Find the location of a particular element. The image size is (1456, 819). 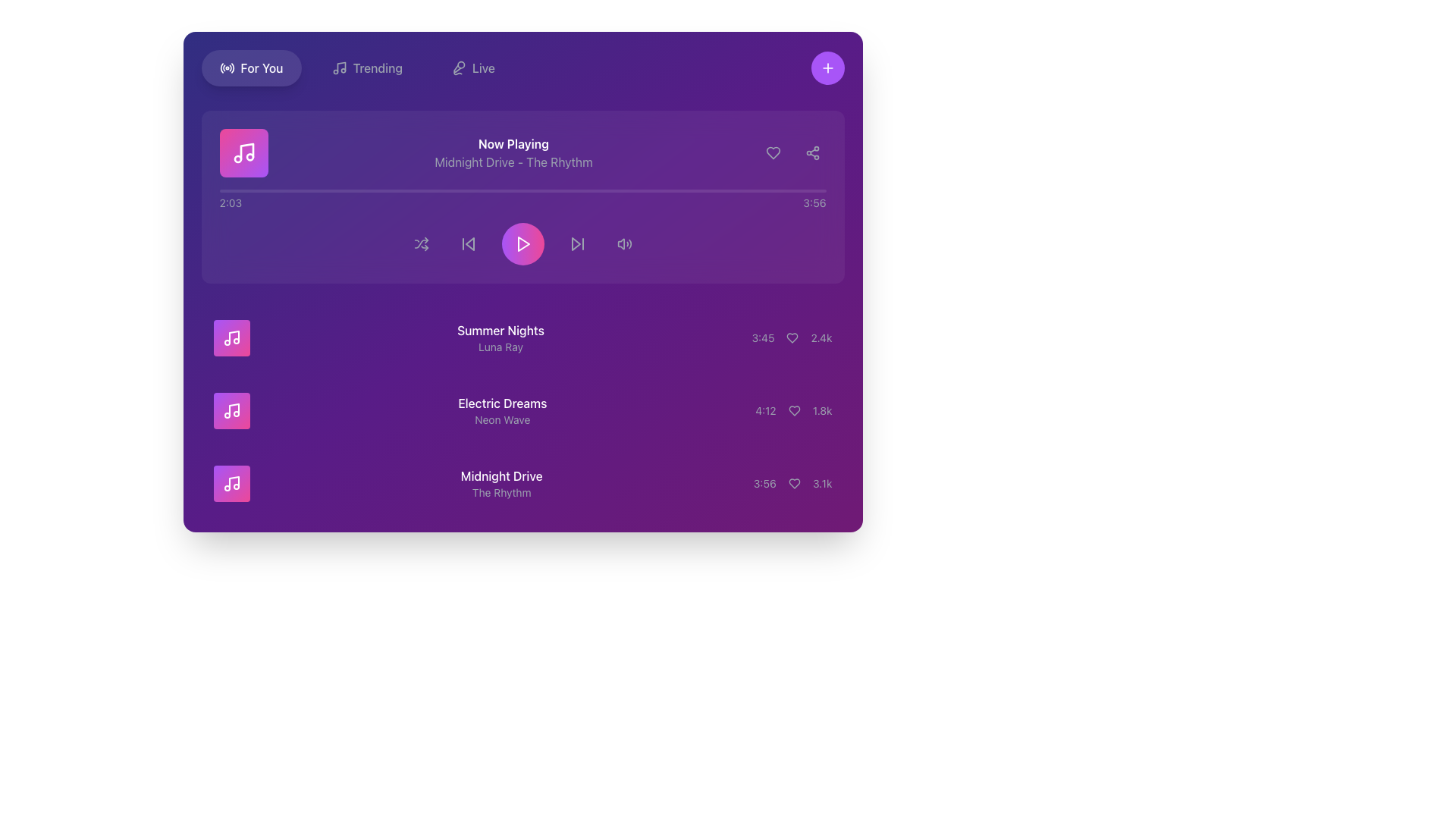

the circular purple button containing a white-plus symbol located in the top-right corner of the main interface is located at coordinates (827, 67).